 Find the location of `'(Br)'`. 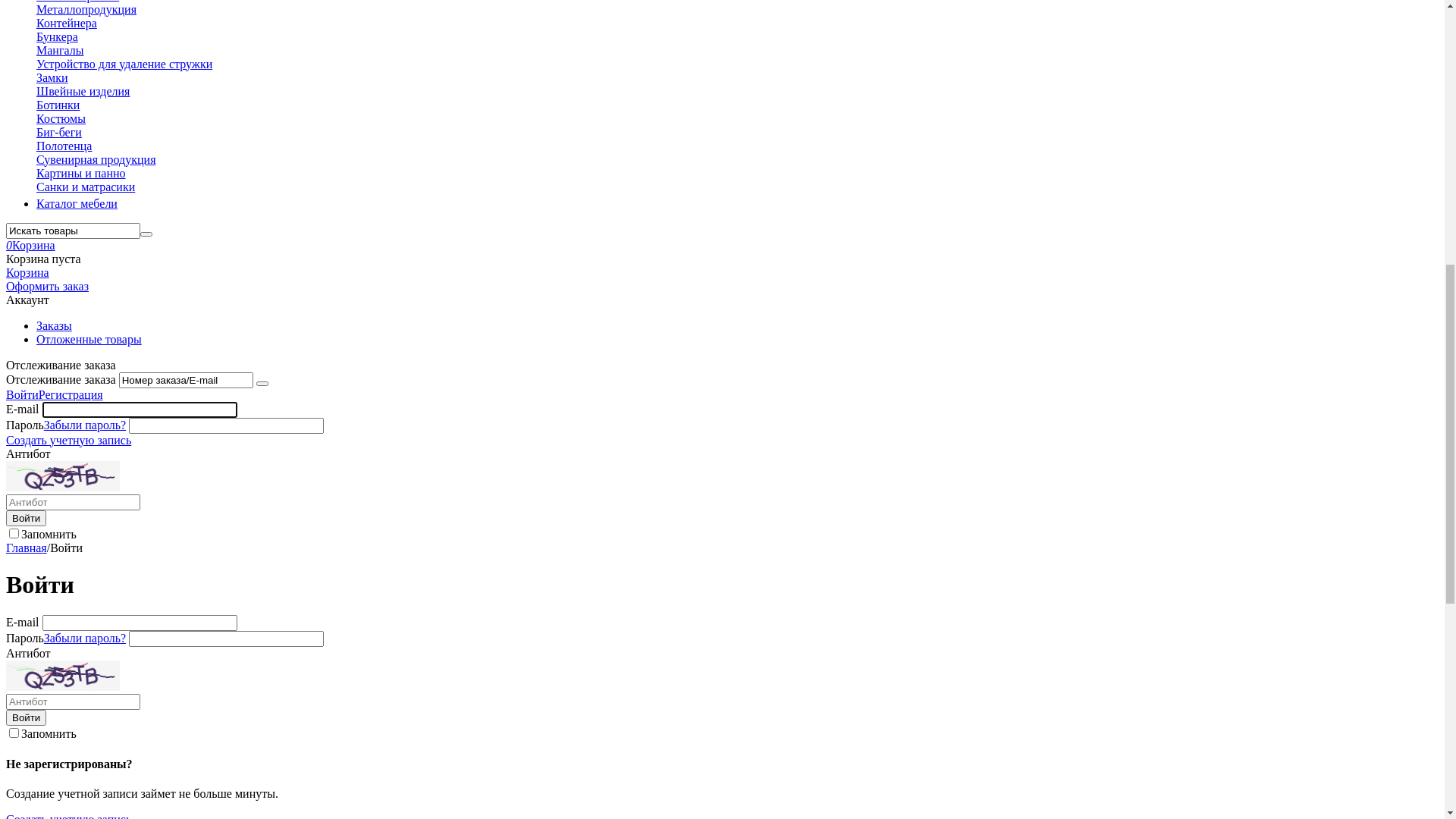

'(Br)' is located at coordinates (16, 26).